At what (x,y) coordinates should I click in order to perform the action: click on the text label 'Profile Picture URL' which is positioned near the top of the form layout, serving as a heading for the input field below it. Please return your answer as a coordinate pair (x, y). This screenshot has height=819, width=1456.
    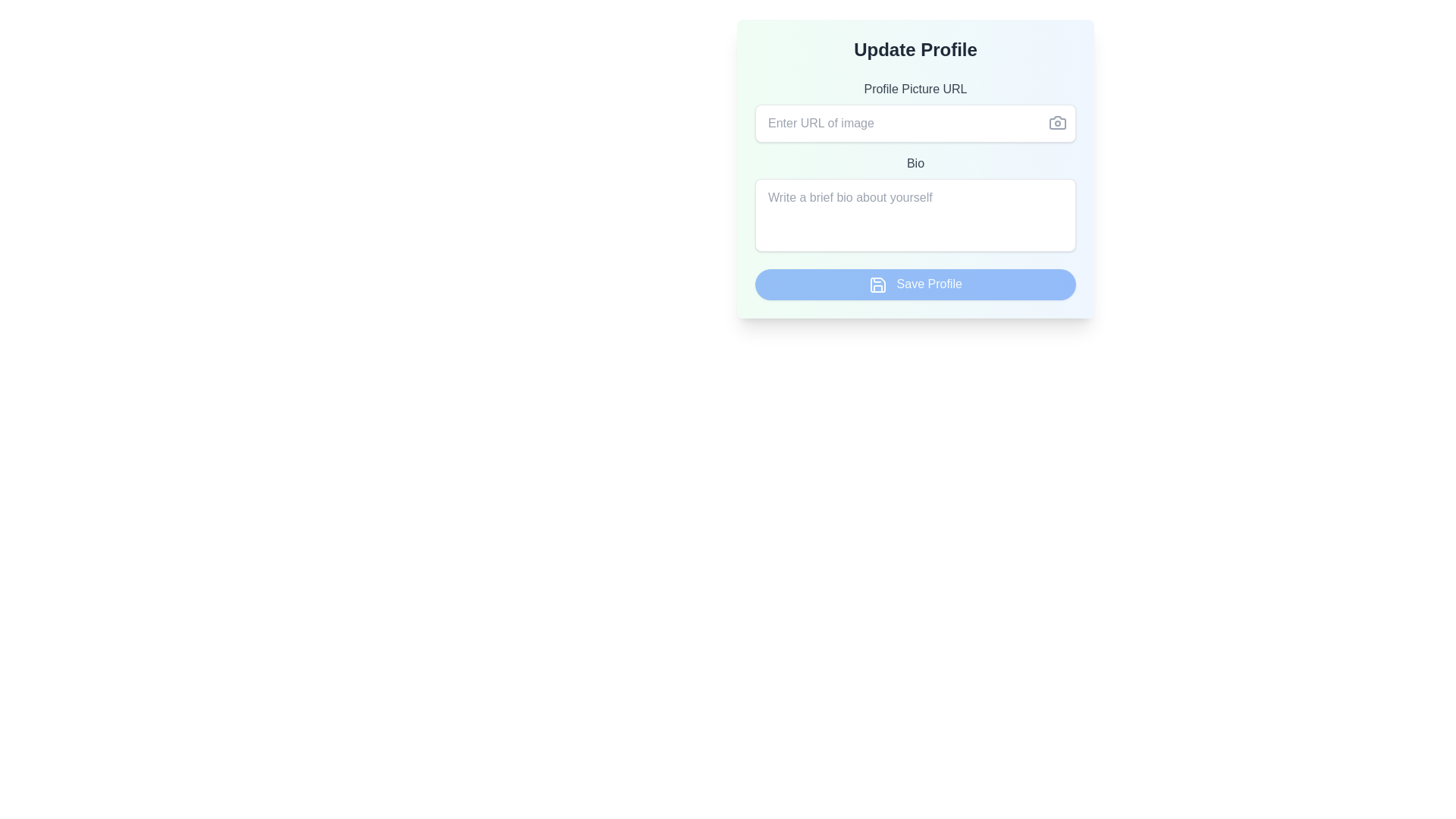
    Looking at the image, I should click on (915, 89).